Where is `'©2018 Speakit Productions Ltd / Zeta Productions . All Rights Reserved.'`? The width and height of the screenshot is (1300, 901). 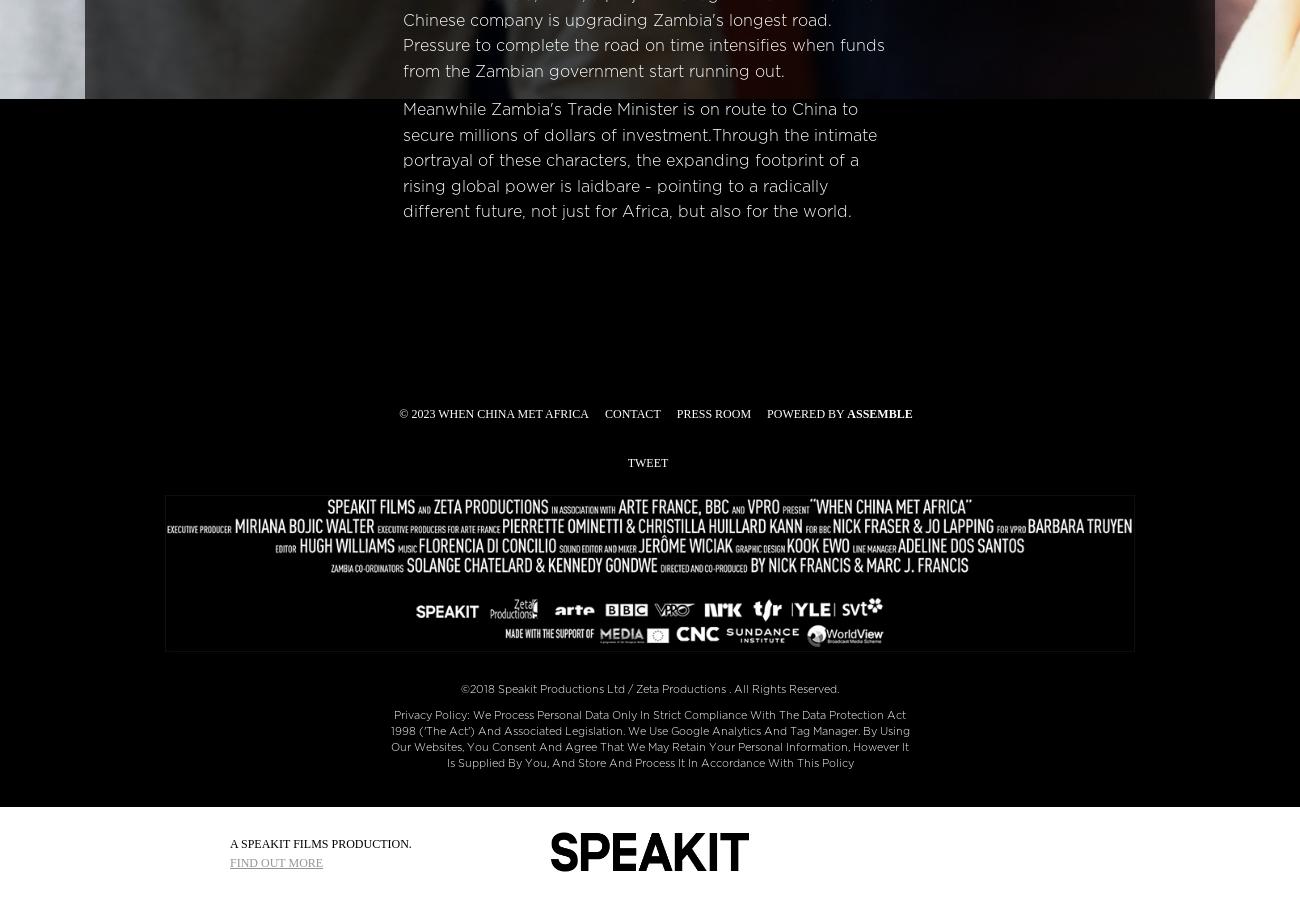
'©2018 Speakit Productions Ltd / Zeta Productions . All Rights Reserved.' is located at coordinates (650, 688).